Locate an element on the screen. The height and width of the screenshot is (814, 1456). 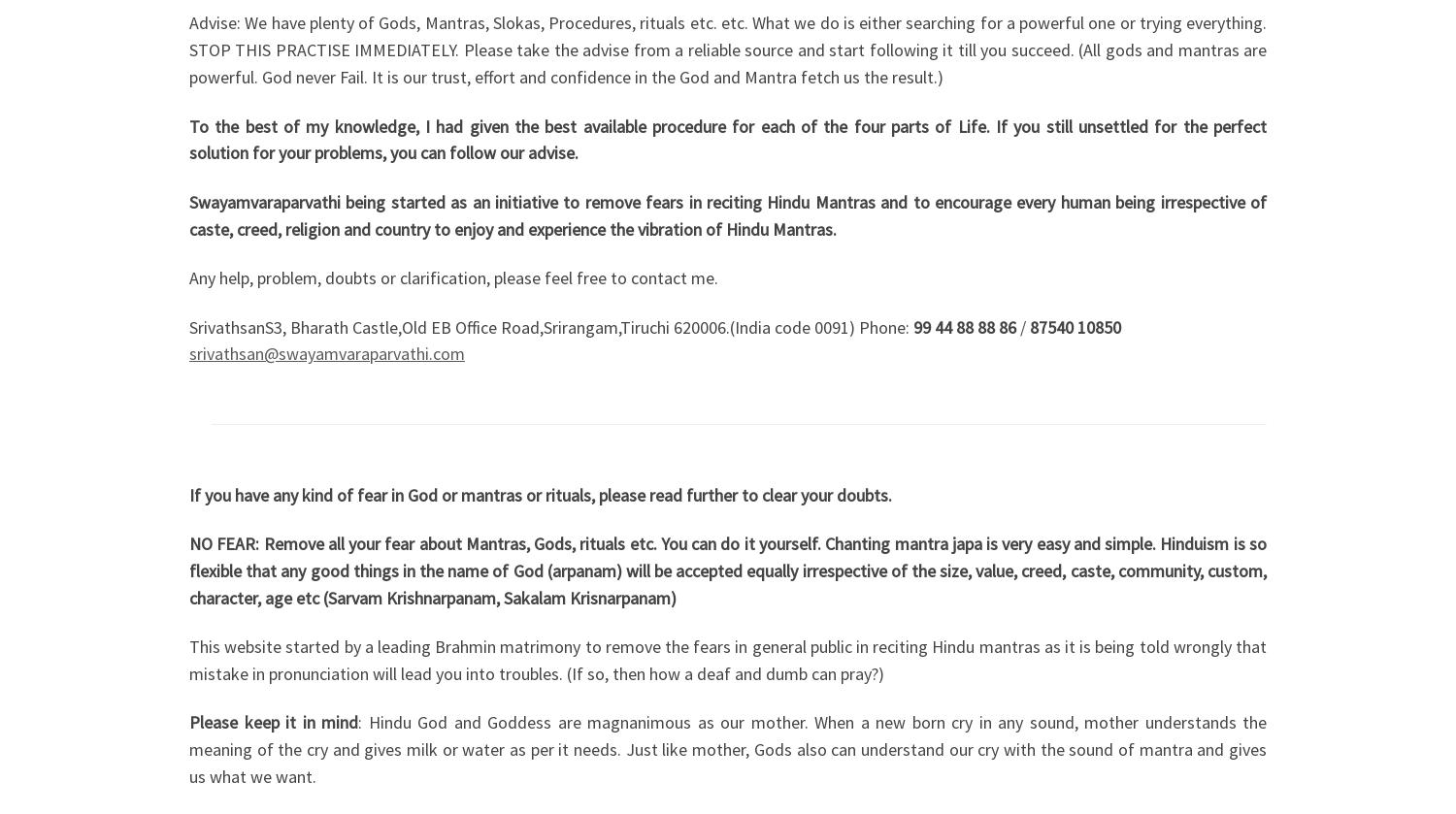
'Any help, problem, doubts or clarification, please feel free to contact me.' is located at coordinates (452, 277).